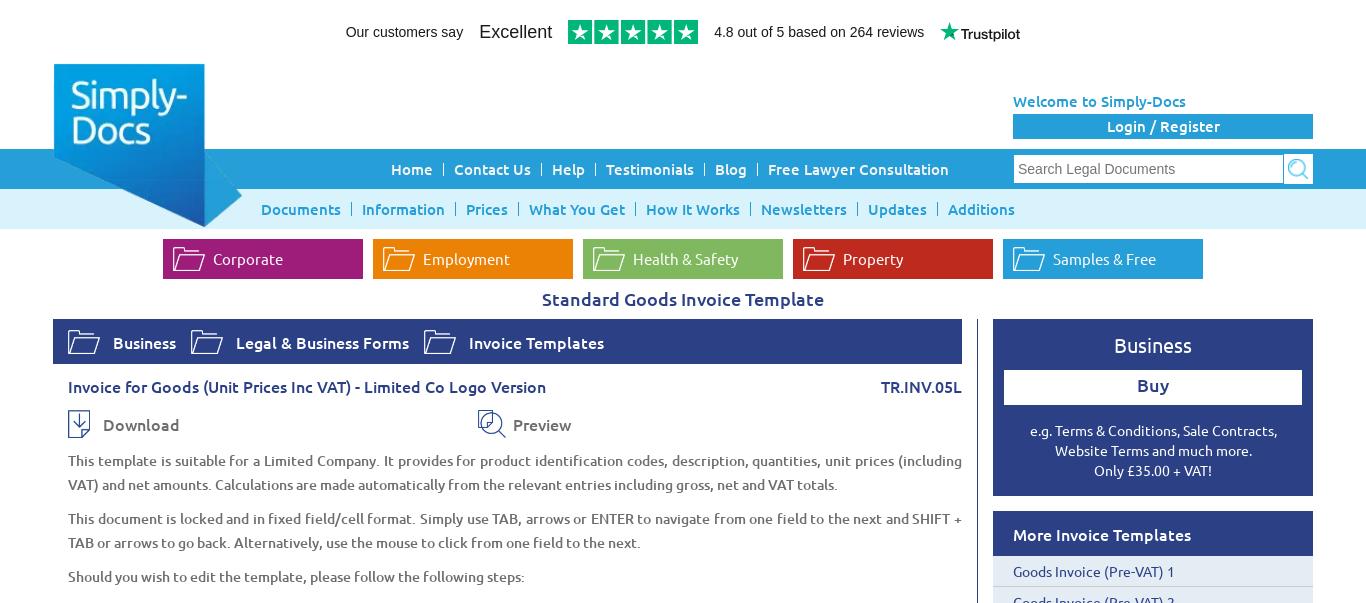 Image resolution: width=1366 pixels, height=603 pixels. What do you see at coordinates (536, 340) in the screenshot?
I see `'Invoice Templates'` at bounding box center [536, 340].